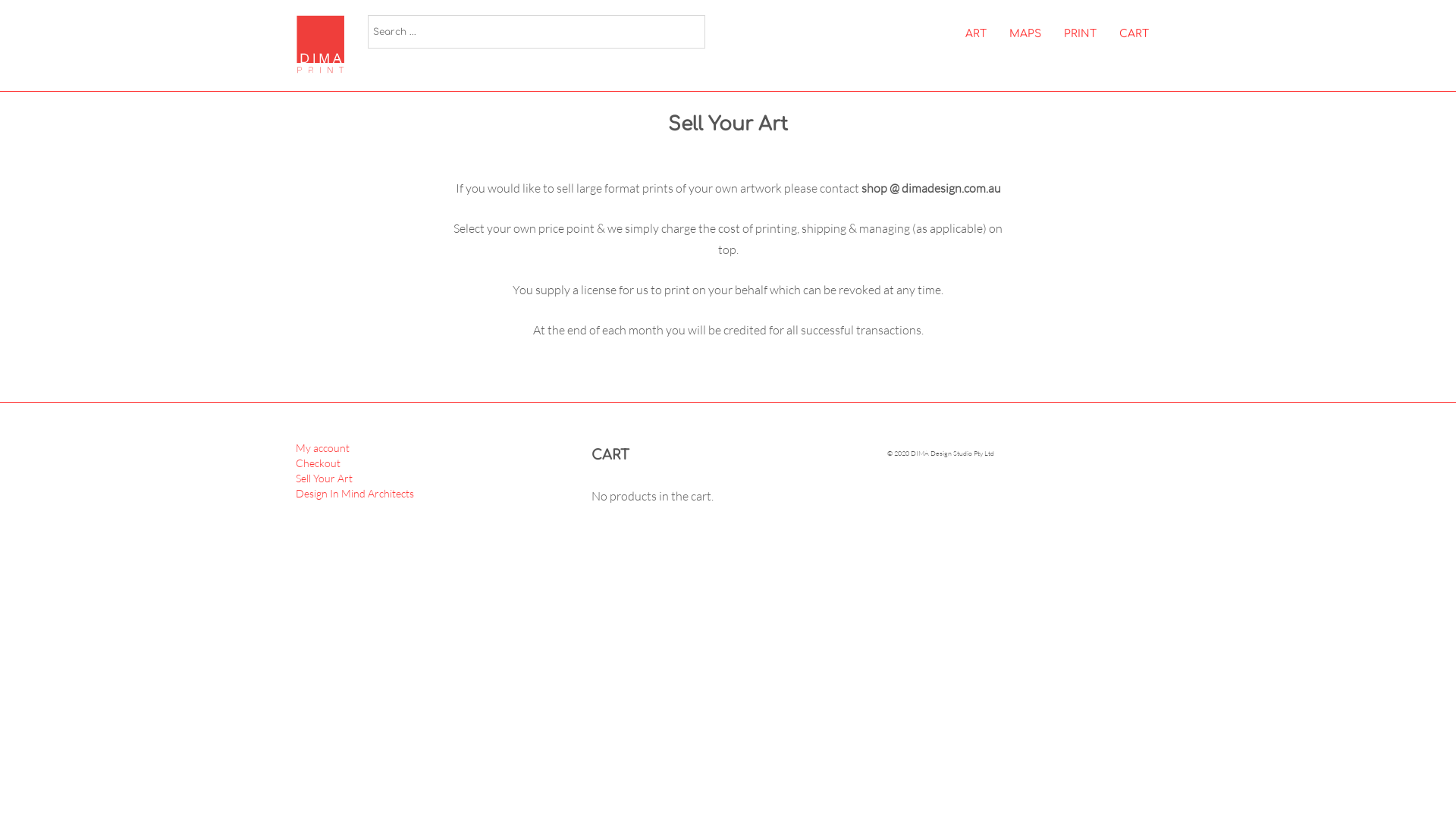 The height and width of the screenshot is (819, 1456). Describe the element at coordinates (322, 447) in the screenshot. I see `'My account'` at that location.